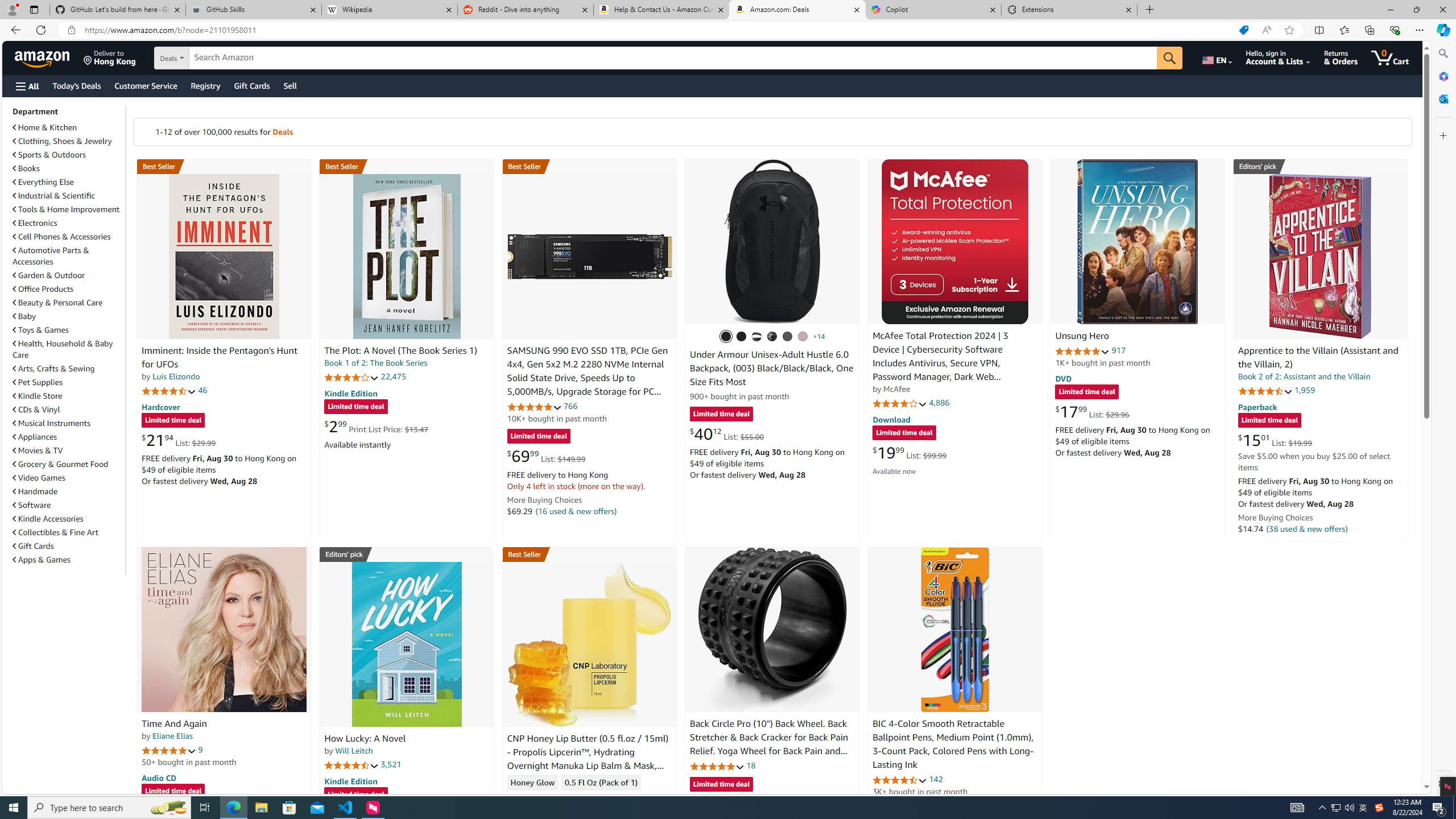  What do you see at coordinates (67, 491) in the screenshot?
I see `'Handmade'` at bounding box center [67, 491].